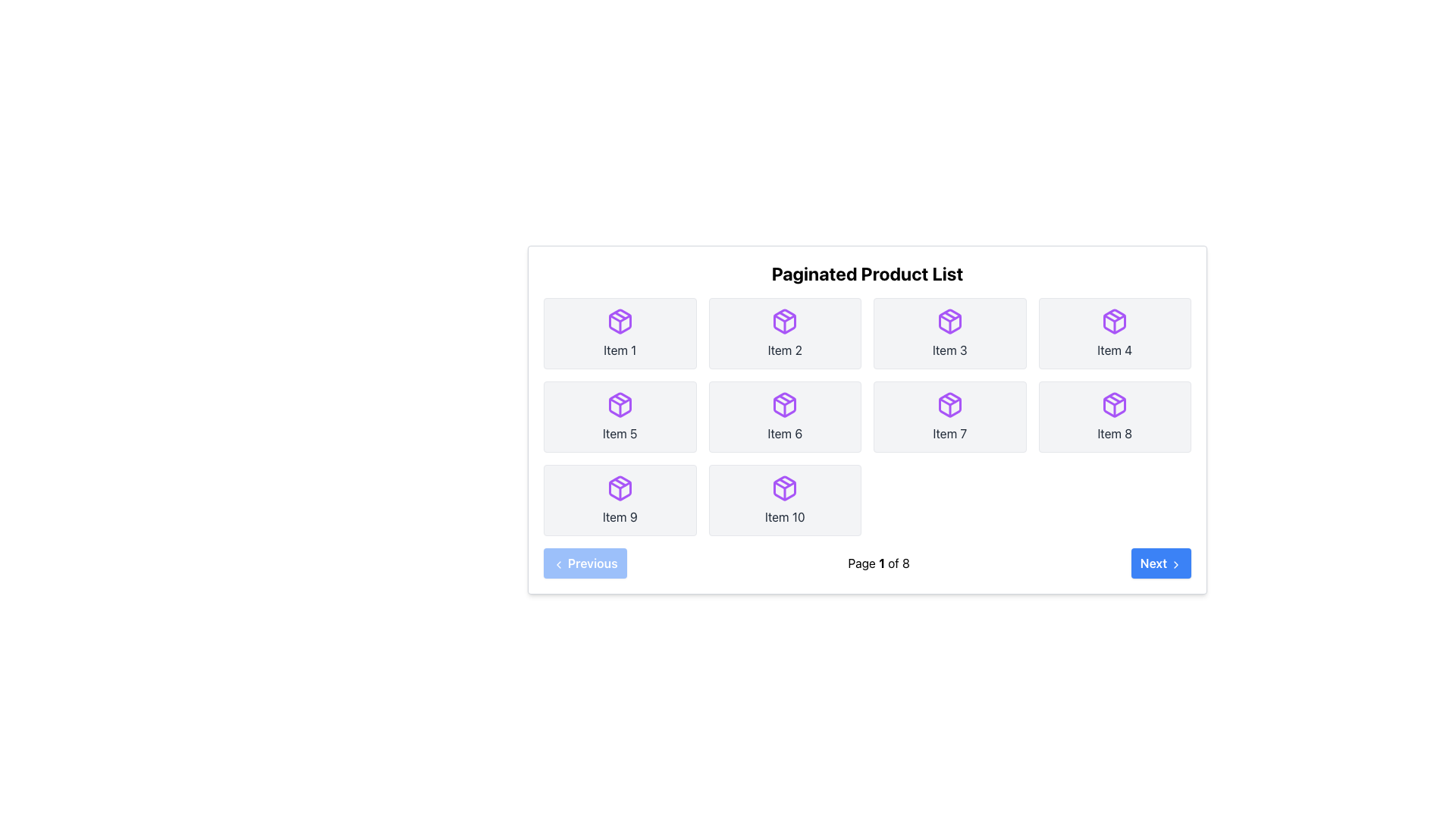 The height and width of the screenshot is (819, 1456). Describe the element at coordinates (949, 403) in the screenshot. I see `the purple 3D box icon in the second row, third column of the 'Paginated Product List' grid to interact with the corresponding item` at that location.